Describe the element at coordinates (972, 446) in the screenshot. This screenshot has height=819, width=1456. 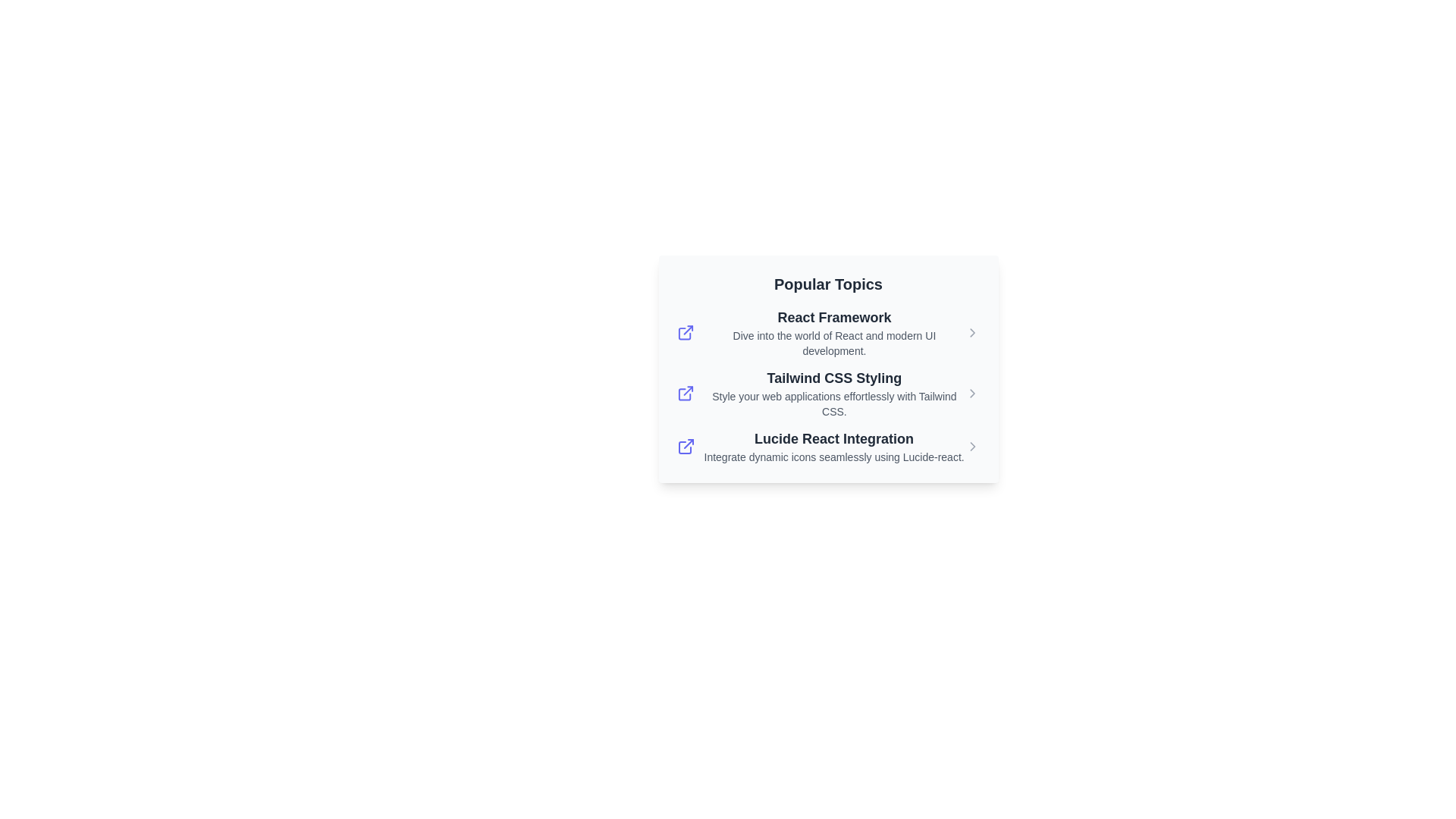
I see `the right chevron icon located at the far-right side of the 'Lucide React Integration' entry` at that location.